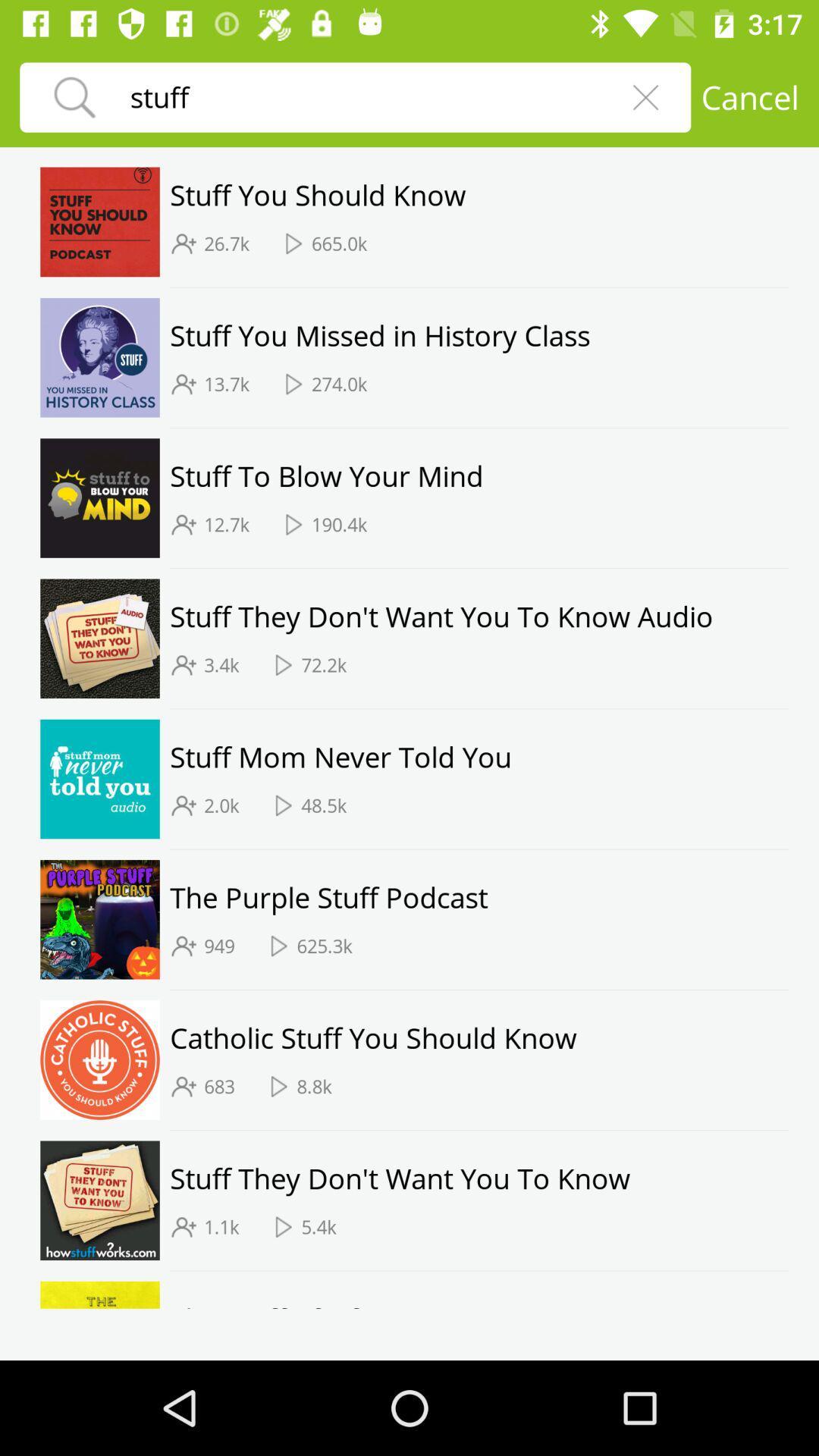 The height and width of the screenshot is (1456, 819). Describe the element at coordinates (479, 1270) in the screenshot. I see `the item above the the stuff of item` at that location.